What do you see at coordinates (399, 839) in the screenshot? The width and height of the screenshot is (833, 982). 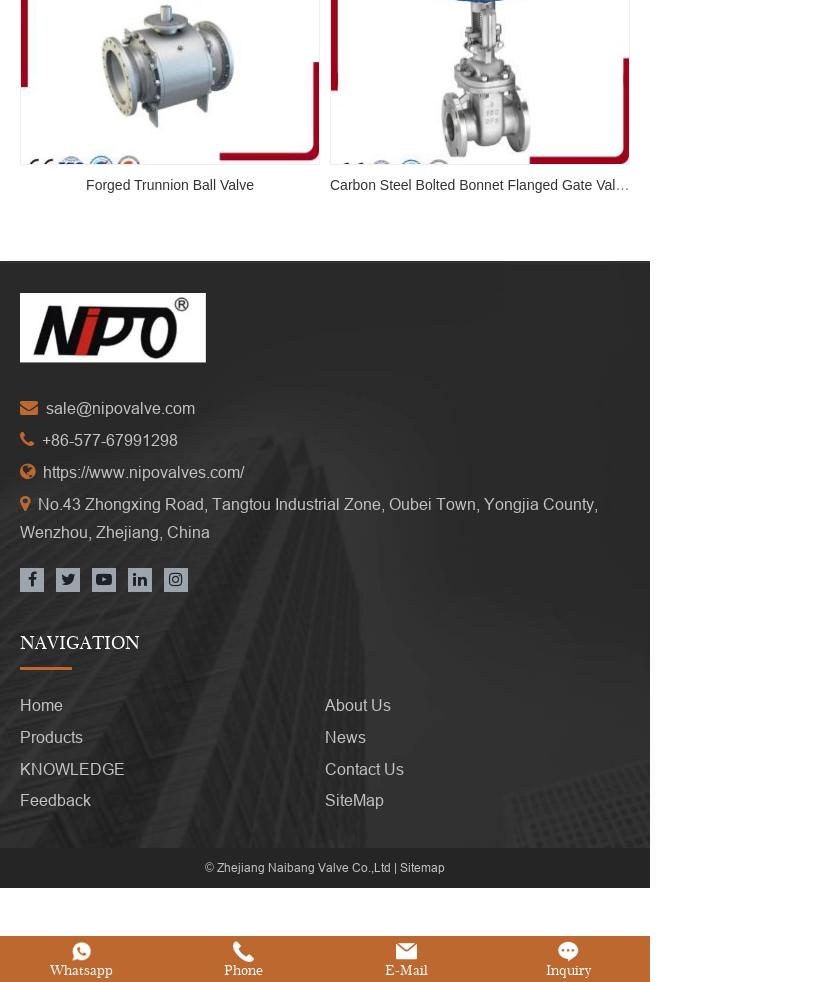 I see `'Sitemap'` at bounding box center [399, 839].